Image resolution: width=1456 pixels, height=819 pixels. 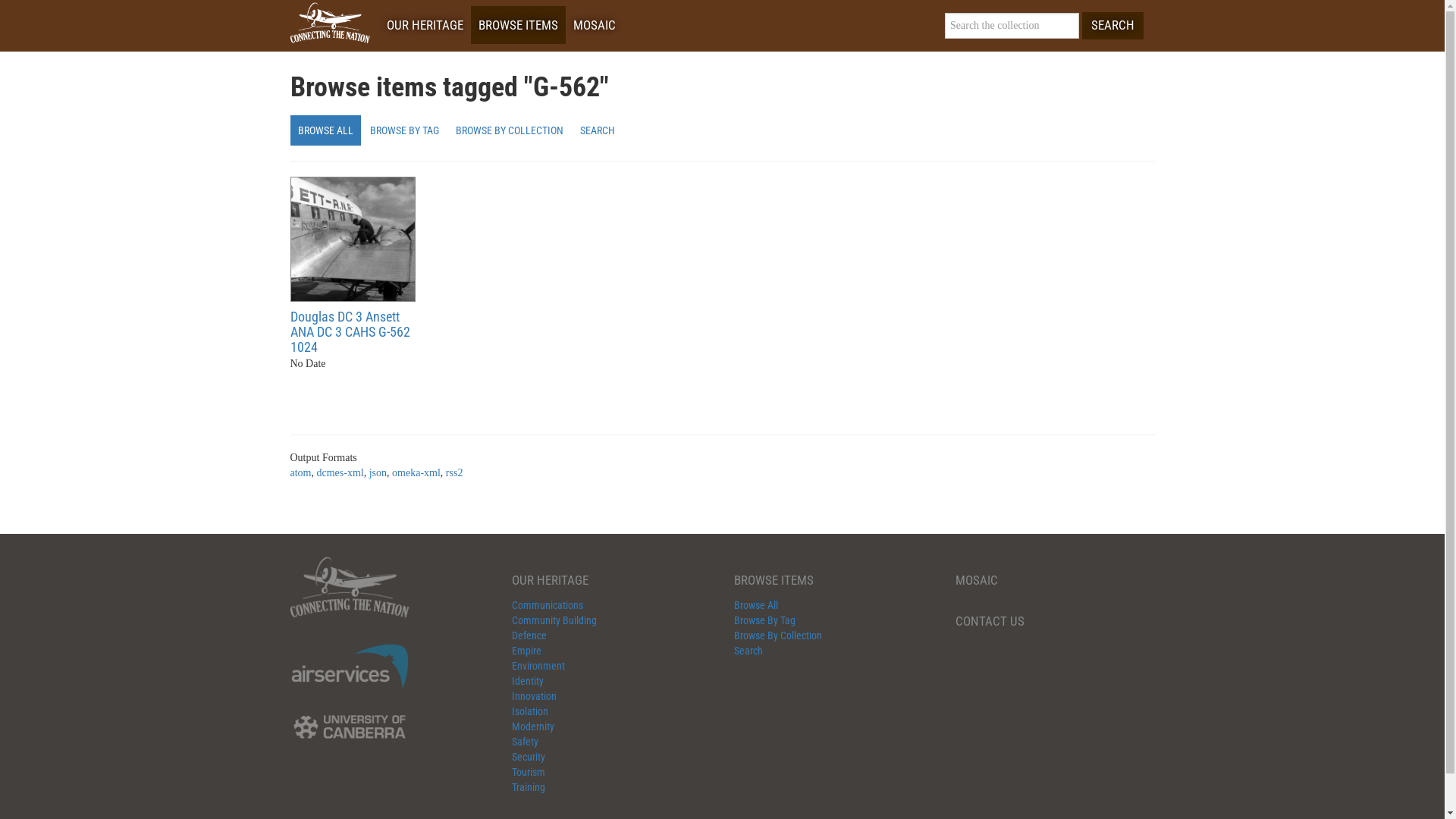 I want to click on 'dcmes-xml', so click(x=340, y=472).